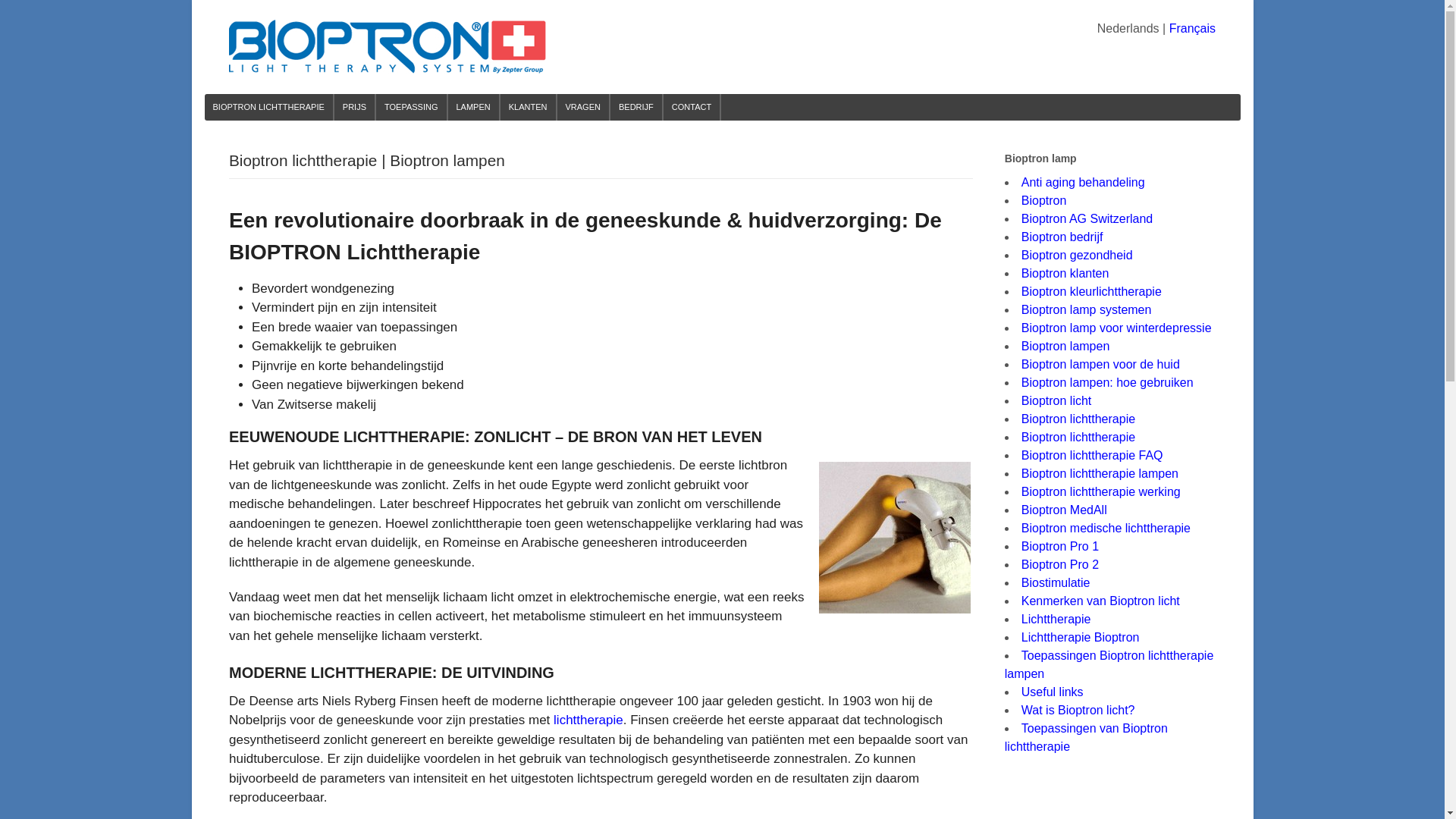 This screenshot has width=1456, height=819. What do you see at coordinates (1080, 637) in the screenshot?
I see `'Lichttherapie Bioptron'` at bounding box center [1080, 637].